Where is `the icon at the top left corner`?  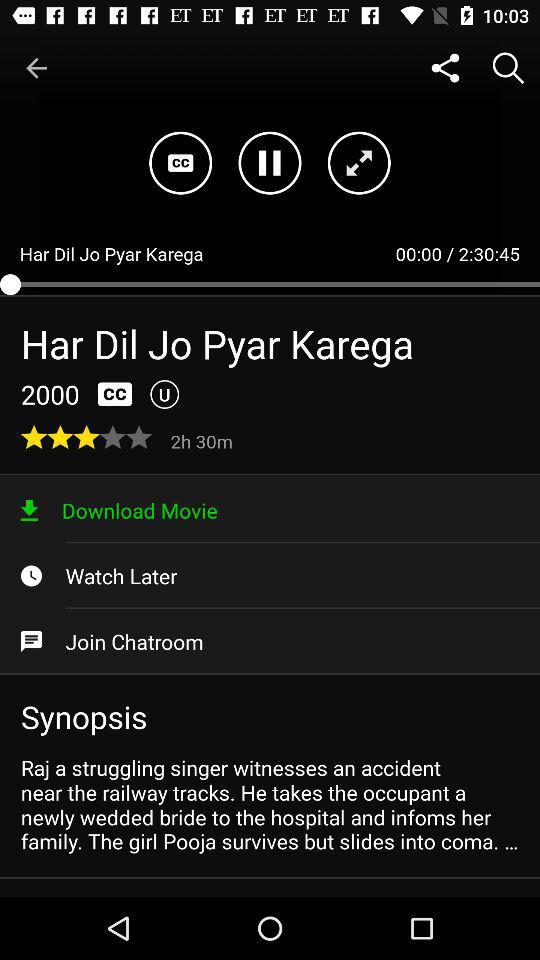
the icon at the top left corner is located at coordinates (36, 68).